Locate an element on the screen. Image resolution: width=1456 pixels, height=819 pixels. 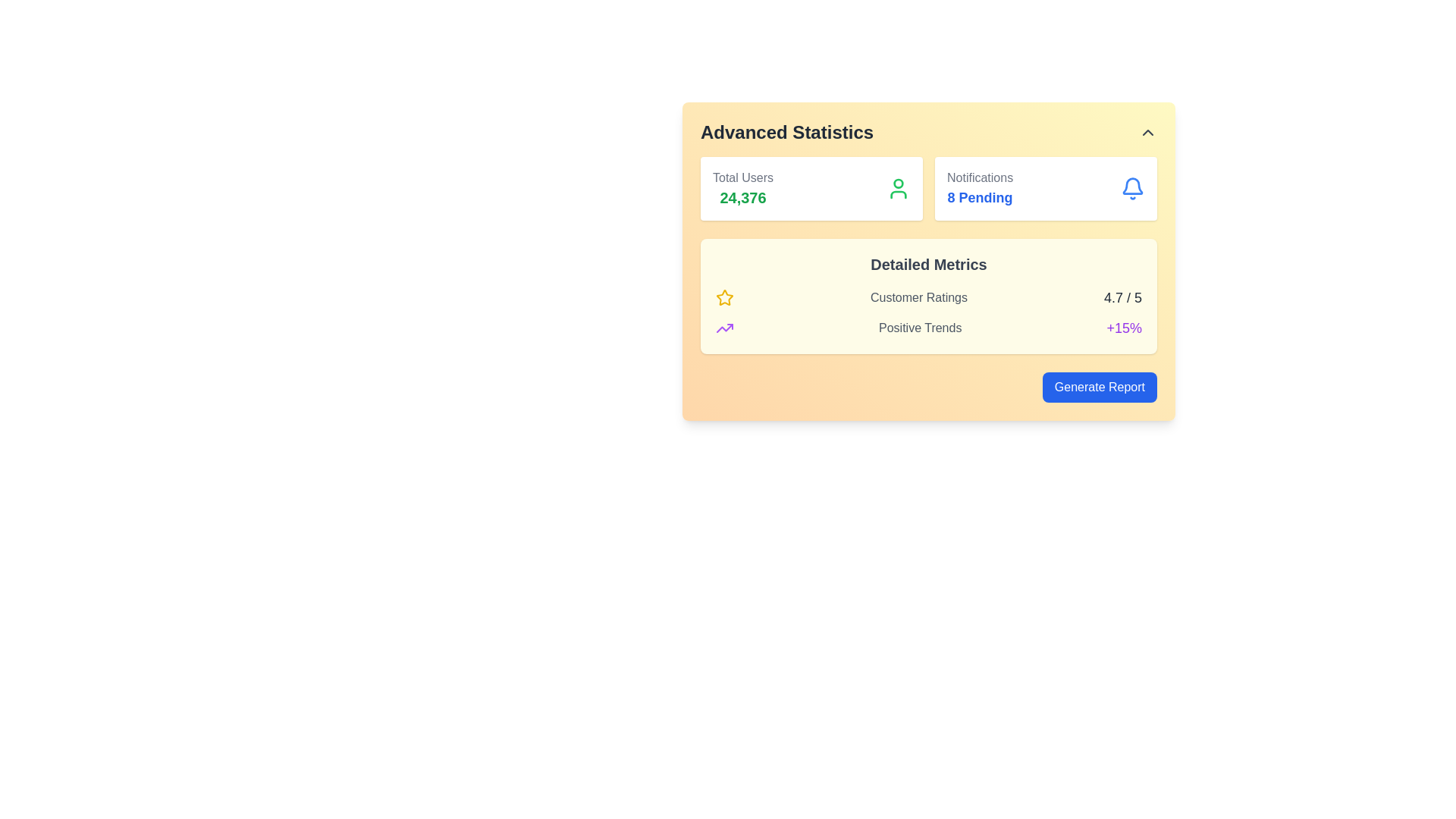
the Informational display panel that provides statistical insights about users and pending notifications, located within the 'Advanced Statistics' section is located at coordinates (927, 188).